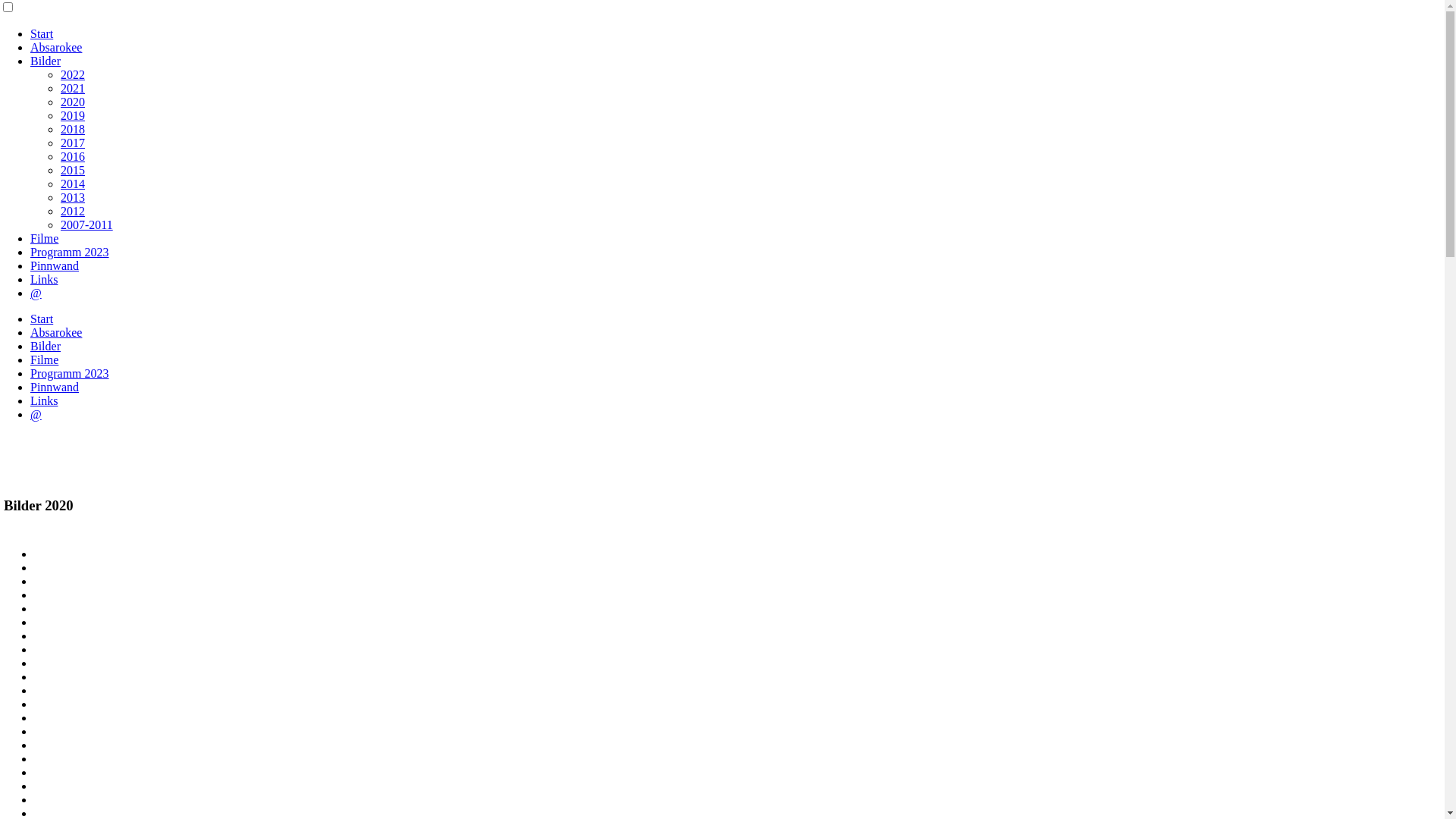  Describe the element at coordinates (72, 128) in the screenshot. I see `'2018'` at that location.